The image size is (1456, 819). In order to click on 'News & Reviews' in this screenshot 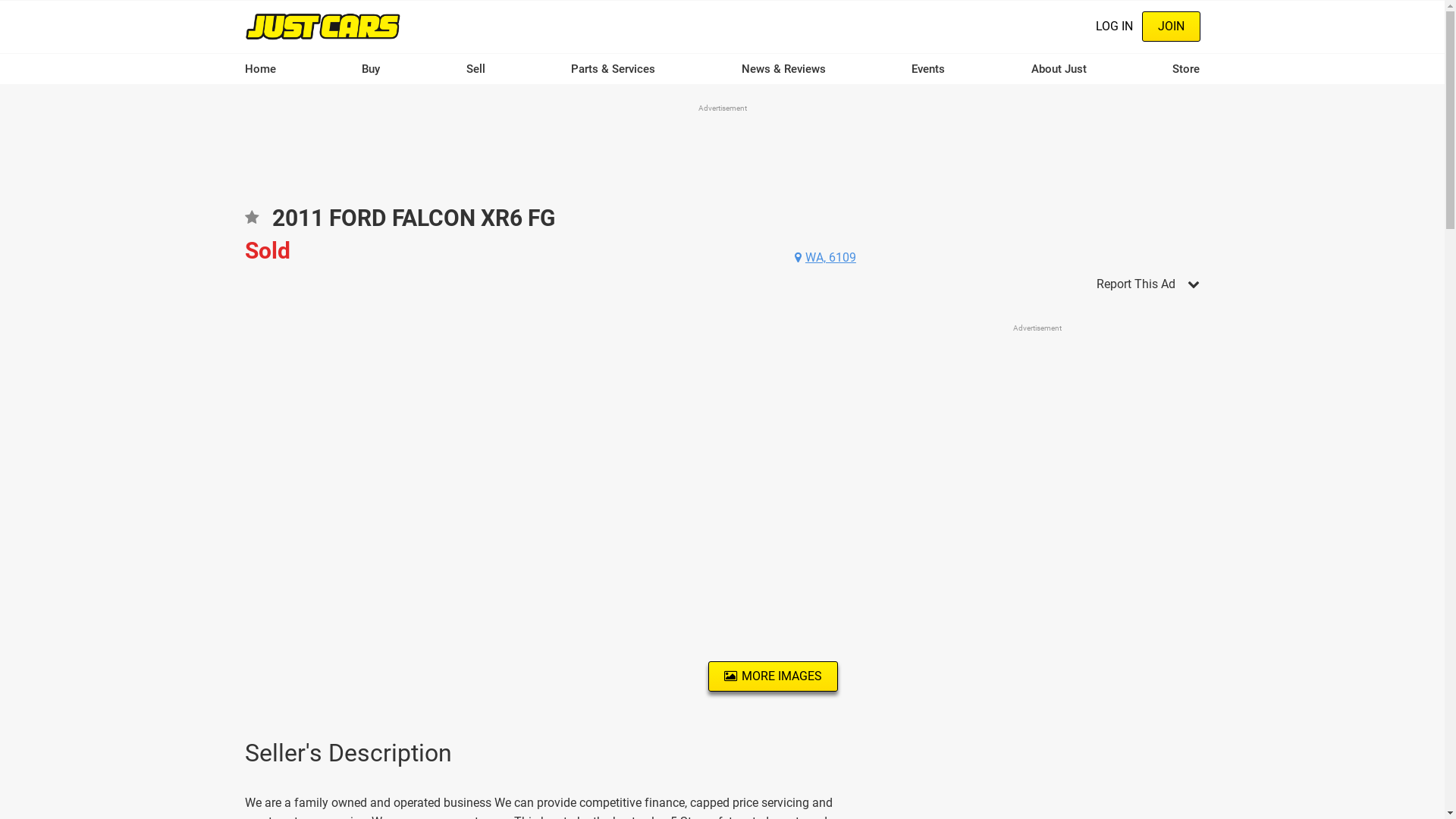, I will do `click(742, 69)`.